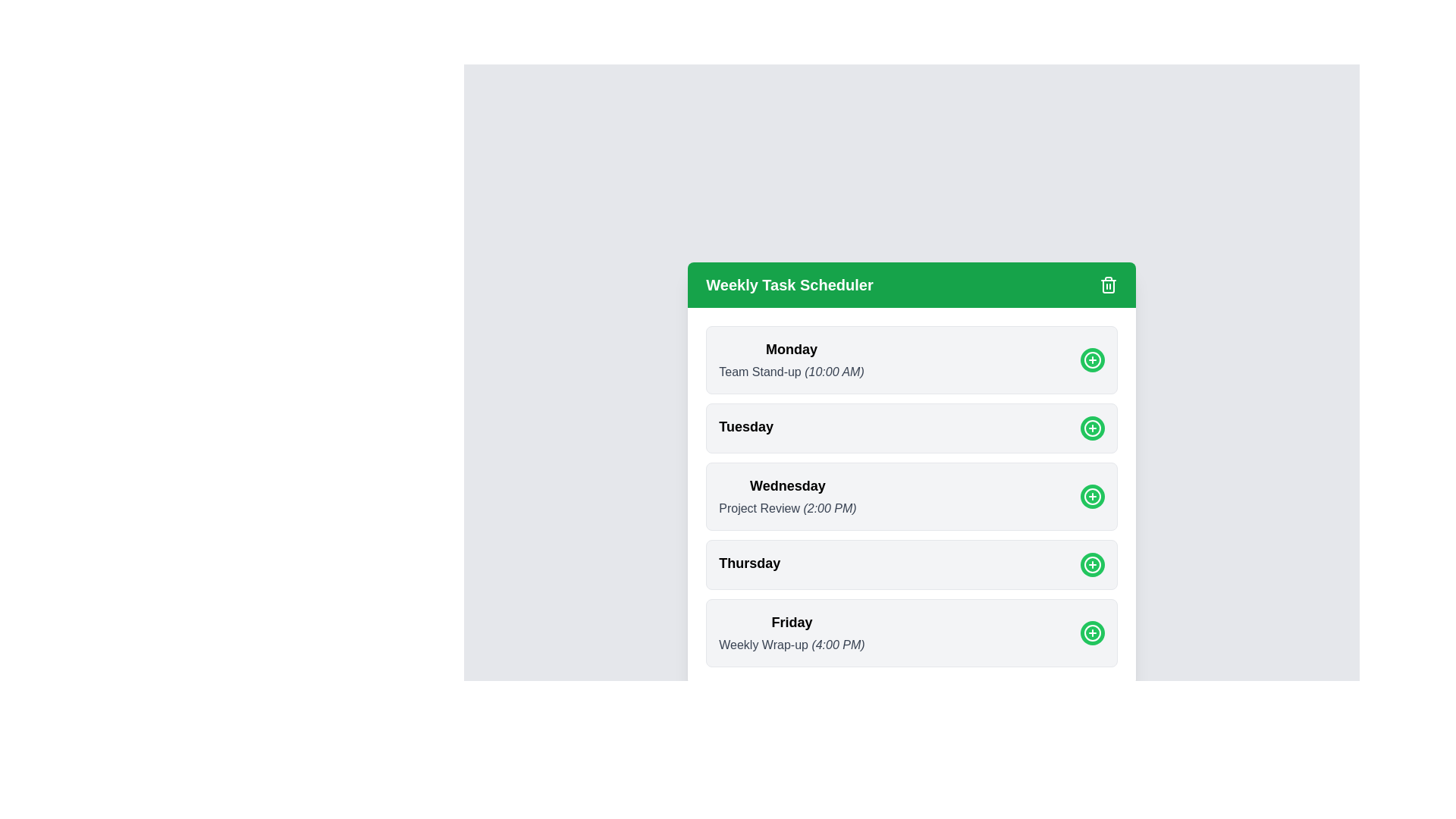 The height and width of the screenshot is (819, 1456). I want to click on the section corresponding to Wednesday to observe the shadow effect, so click(911, 497).